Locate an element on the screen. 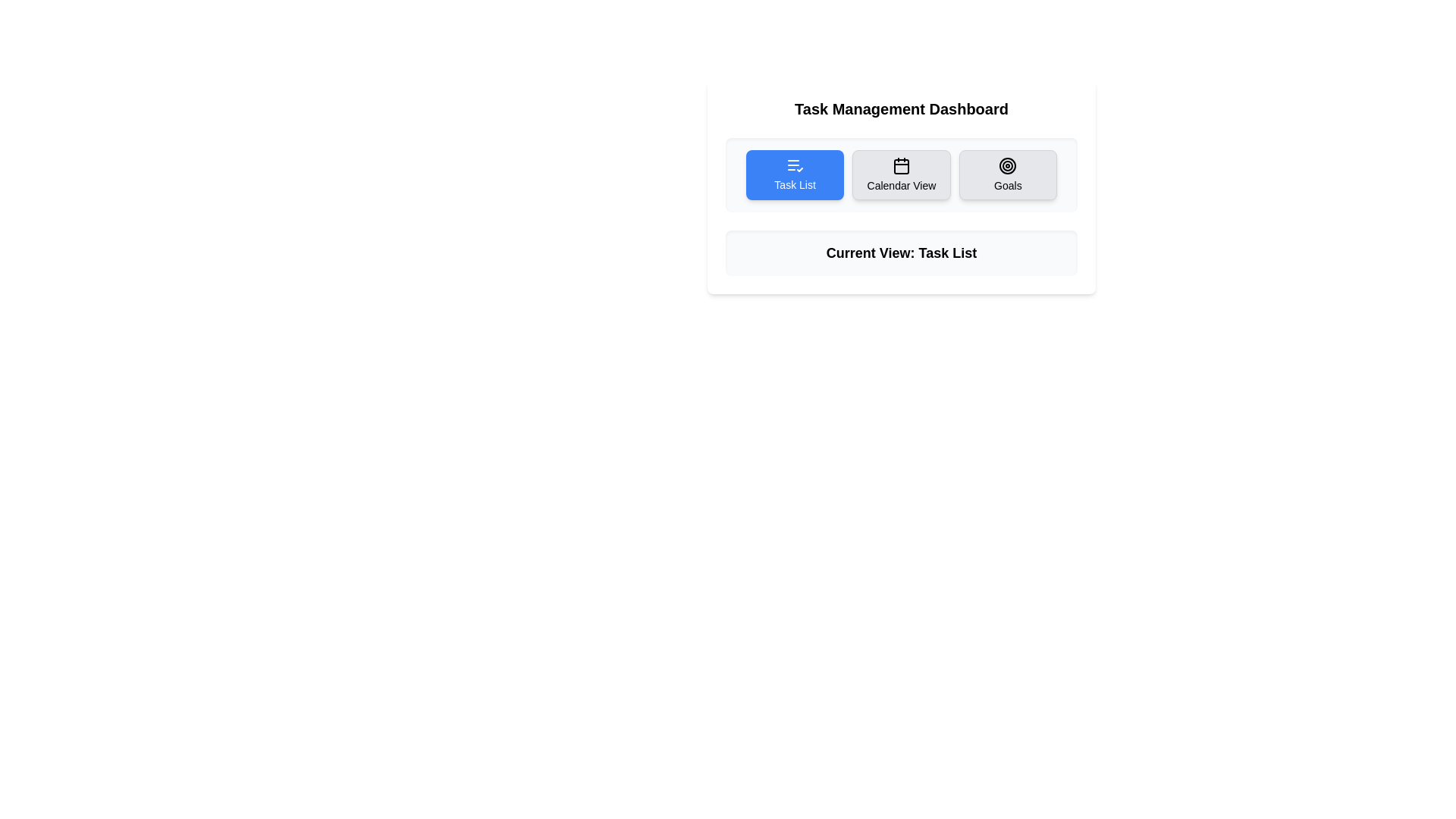  the calendar icon component, which is a square with rounded corners located centrally within the calendar view interface is located at coordinates (902, 166).